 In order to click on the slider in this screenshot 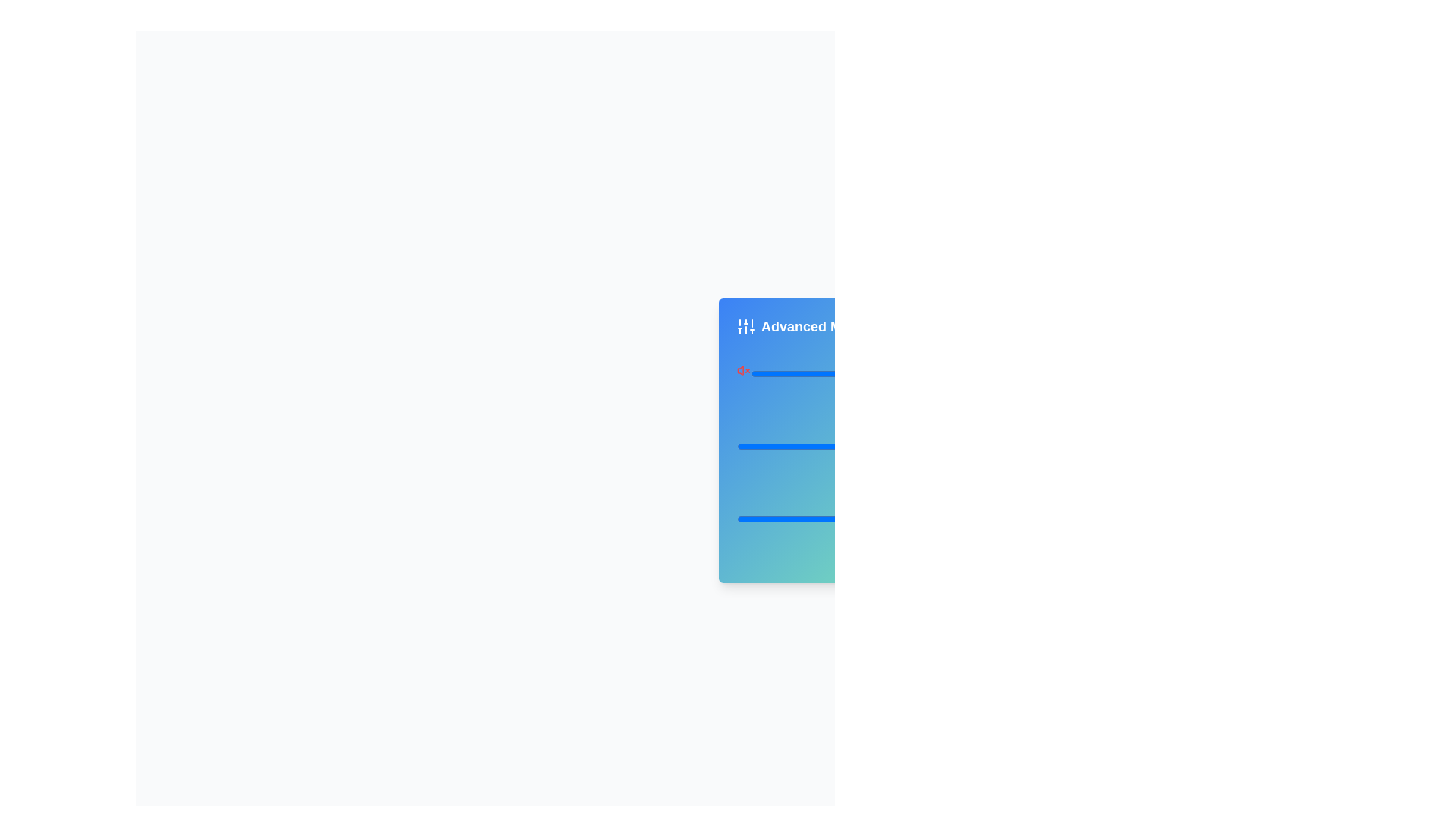, I will do `click(789, 374)`.